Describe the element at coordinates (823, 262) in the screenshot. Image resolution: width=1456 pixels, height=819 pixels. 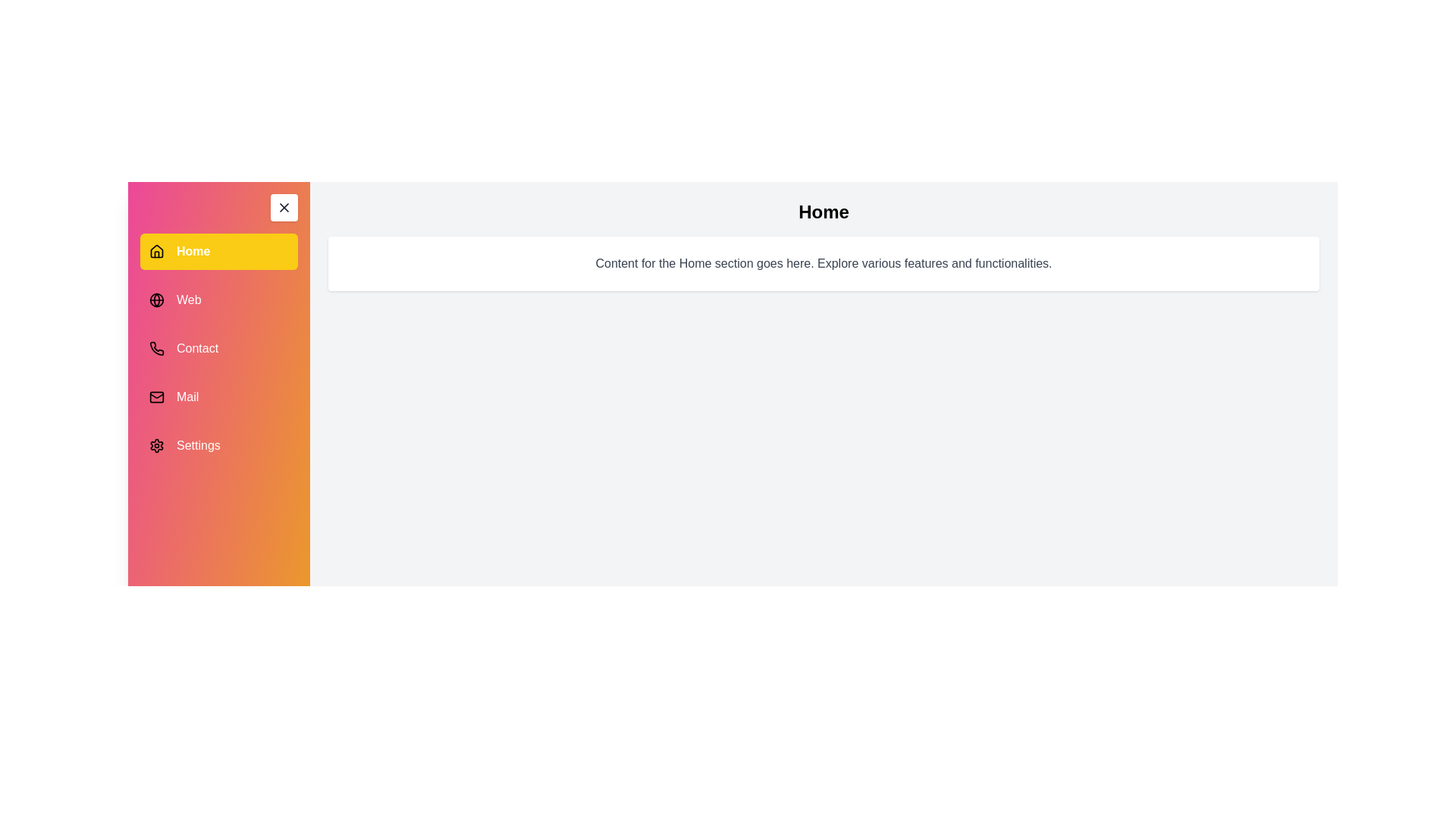
I see `the content area to explore the displayed text` at that location.